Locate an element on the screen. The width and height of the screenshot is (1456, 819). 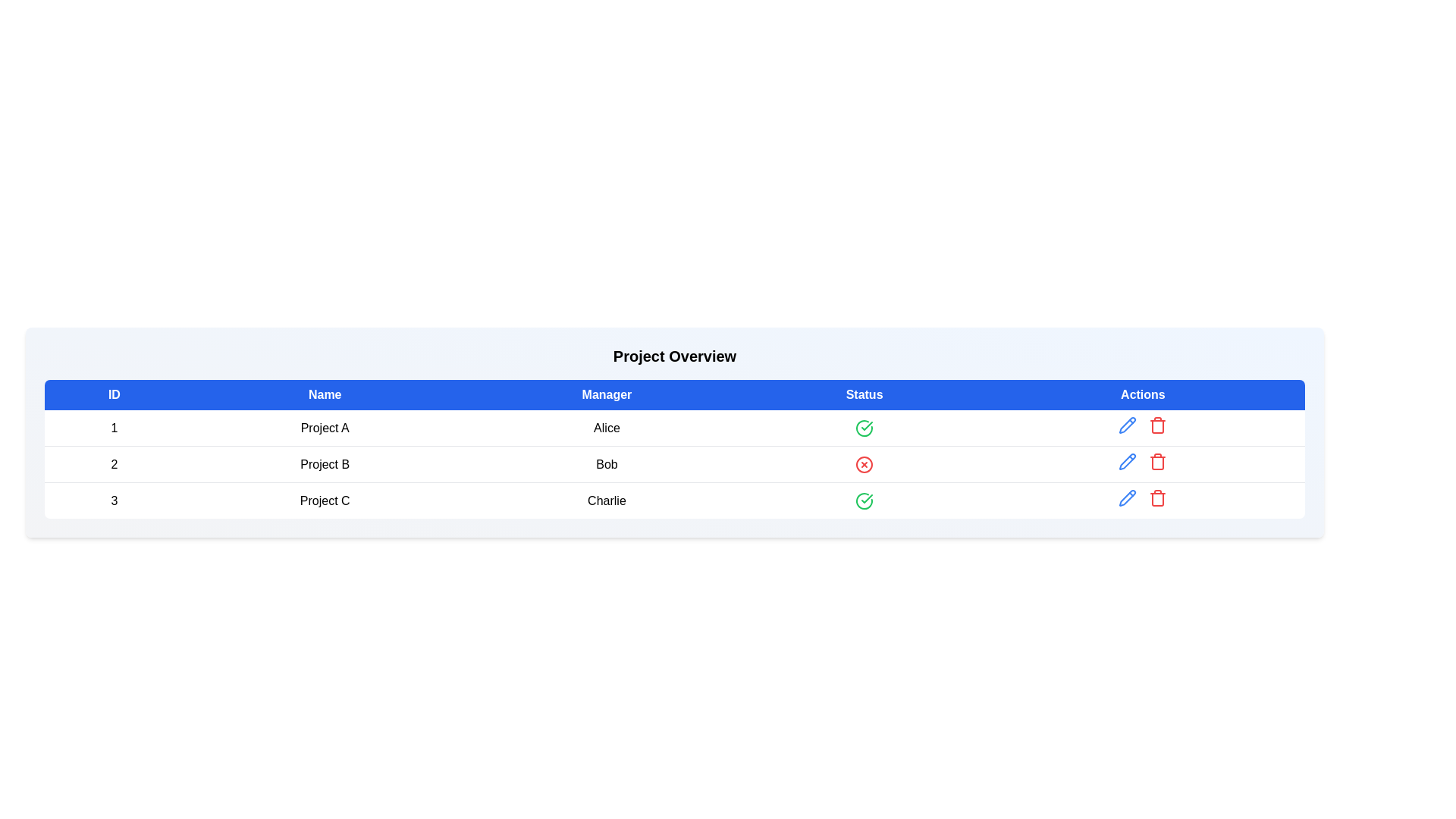
the 'Project A' text label located in the second column of the first row of the table under the 'Name' header is located at coordinates (324, 428).